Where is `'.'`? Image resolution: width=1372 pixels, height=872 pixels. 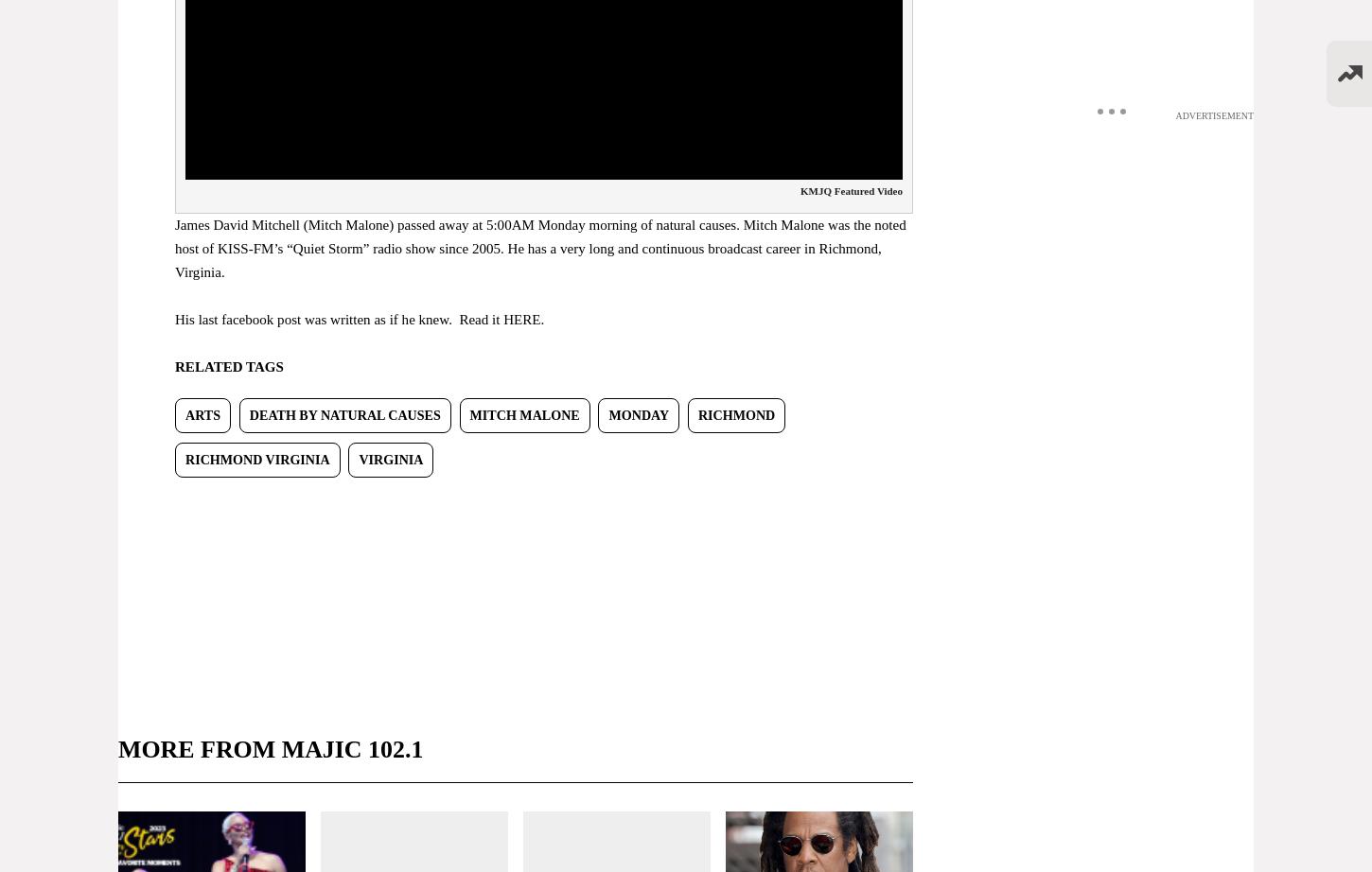
'.' is located at coordinates (542, 319).